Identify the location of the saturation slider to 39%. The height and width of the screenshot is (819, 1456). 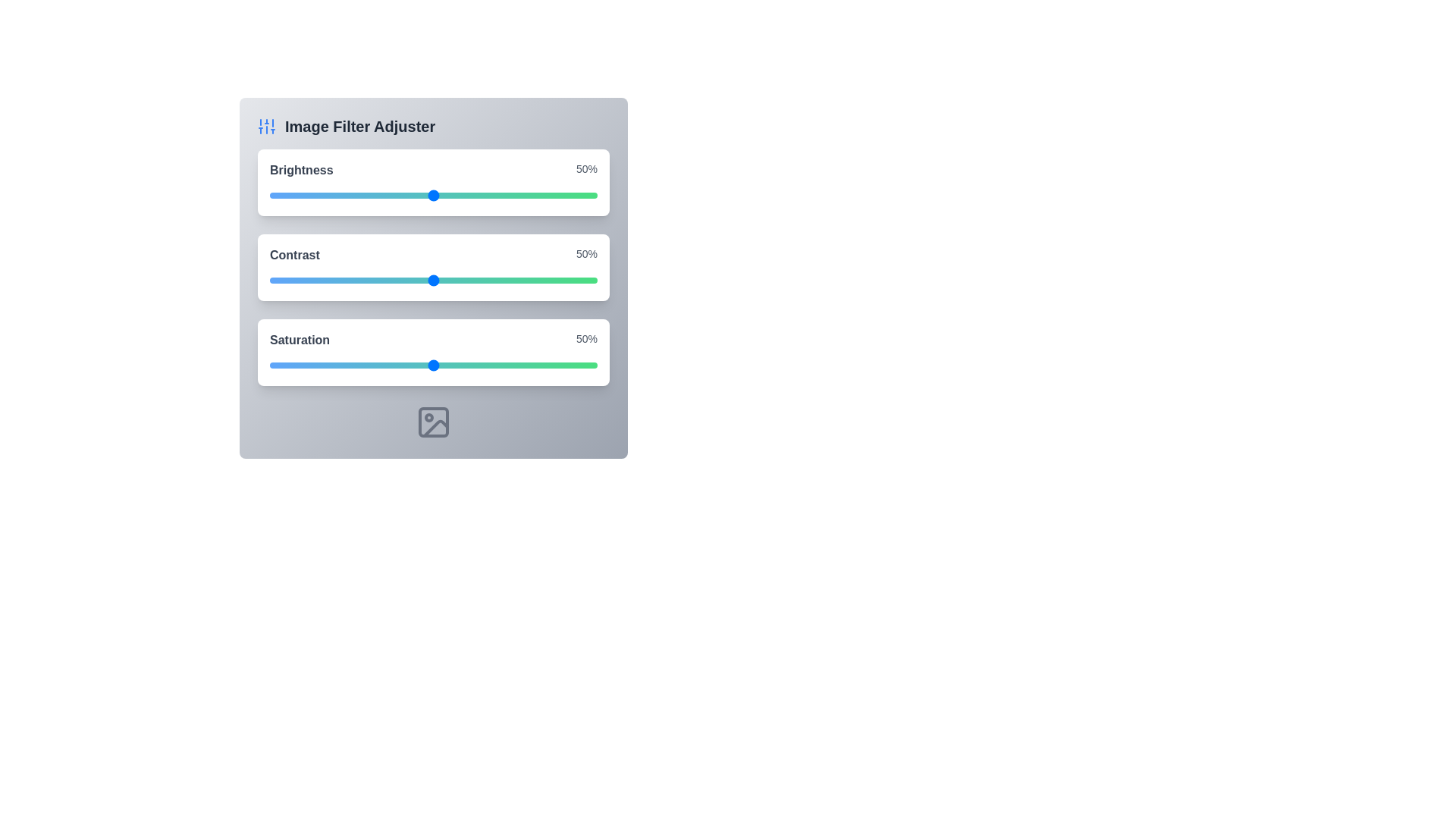
(397, 366).